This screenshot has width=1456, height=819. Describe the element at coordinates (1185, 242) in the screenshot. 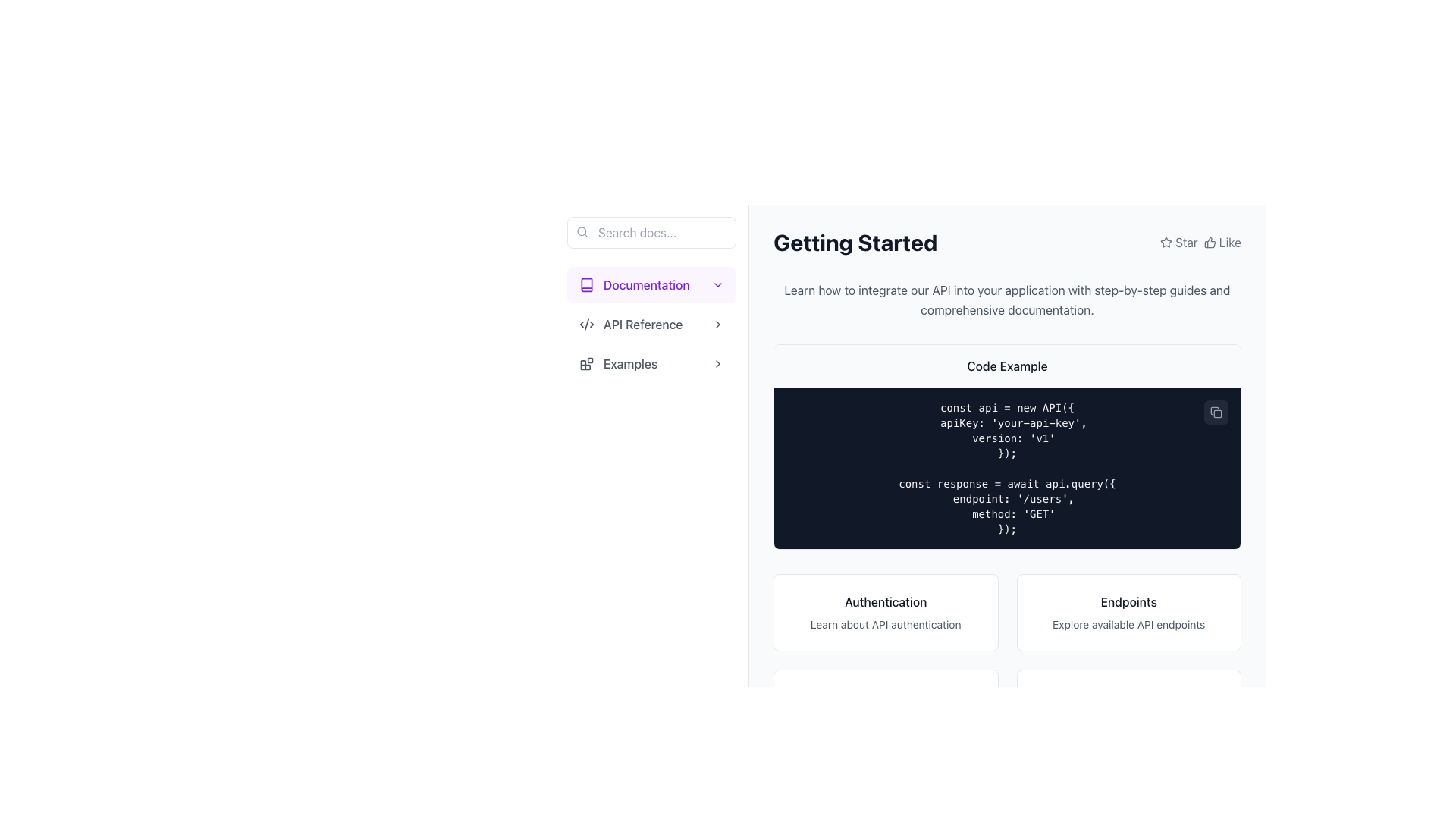

I see `the text label displaying the word 'Star', which is located in the top-right section of the interface, part of a horizontal group with a star icon to its left` at that location.